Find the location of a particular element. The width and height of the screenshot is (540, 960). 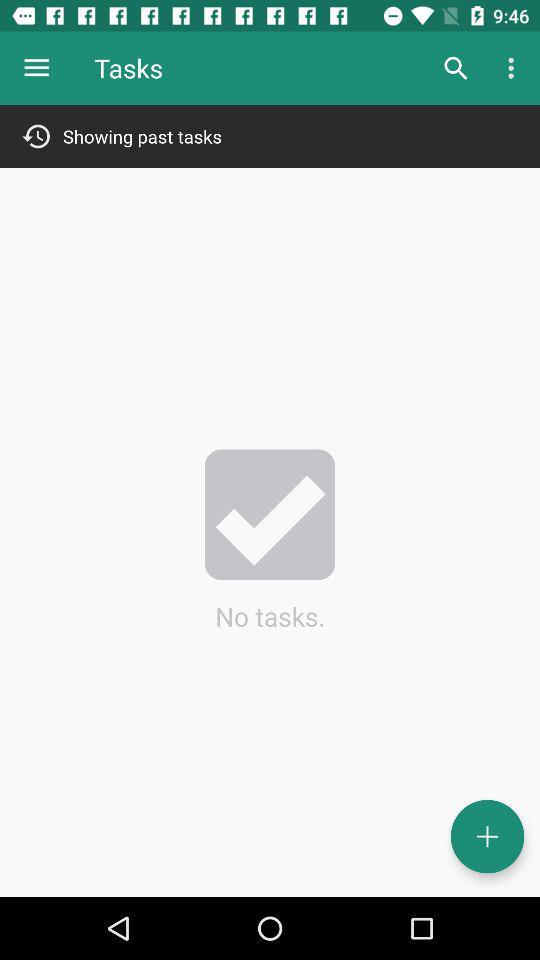

new task button is located at coordinates (486, 836).